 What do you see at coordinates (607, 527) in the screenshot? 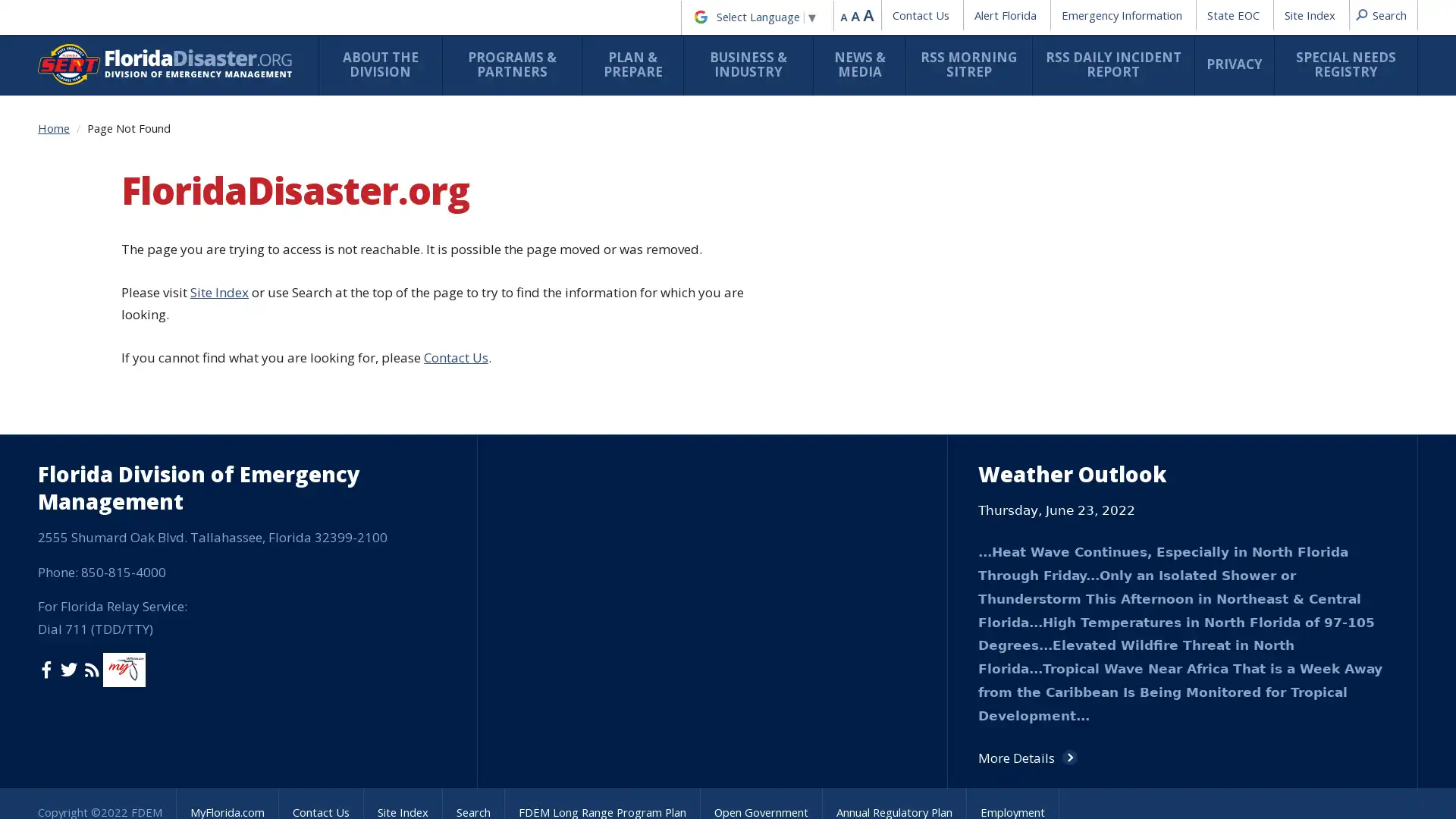
I see `Toggle More` at bounding box center [607, 527].